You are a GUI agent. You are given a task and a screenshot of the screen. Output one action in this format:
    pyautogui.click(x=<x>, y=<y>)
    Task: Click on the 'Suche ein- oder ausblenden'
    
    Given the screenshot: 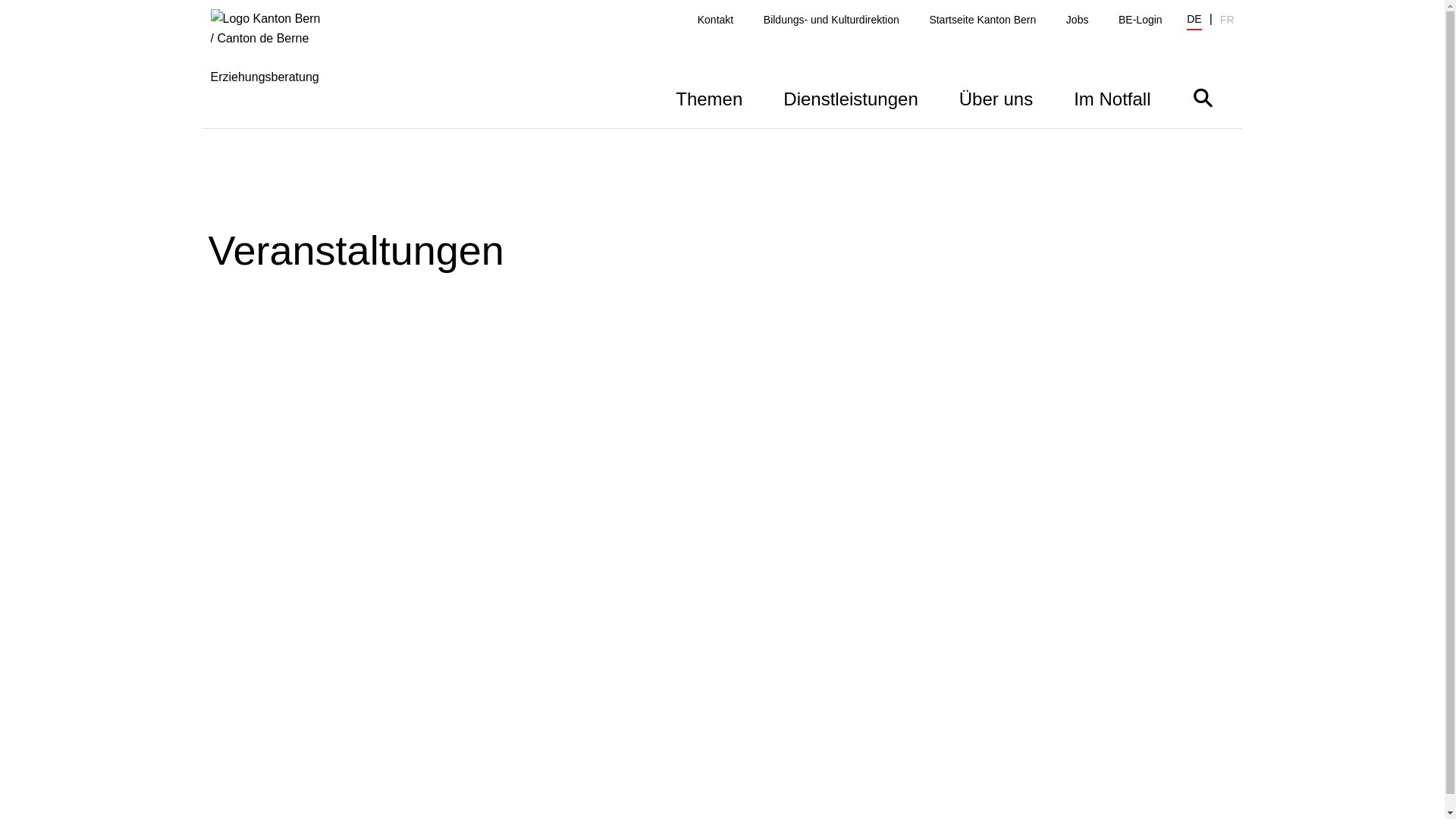 What is the action you would take?
    pyautogui.click(x=1201, y=97)
    